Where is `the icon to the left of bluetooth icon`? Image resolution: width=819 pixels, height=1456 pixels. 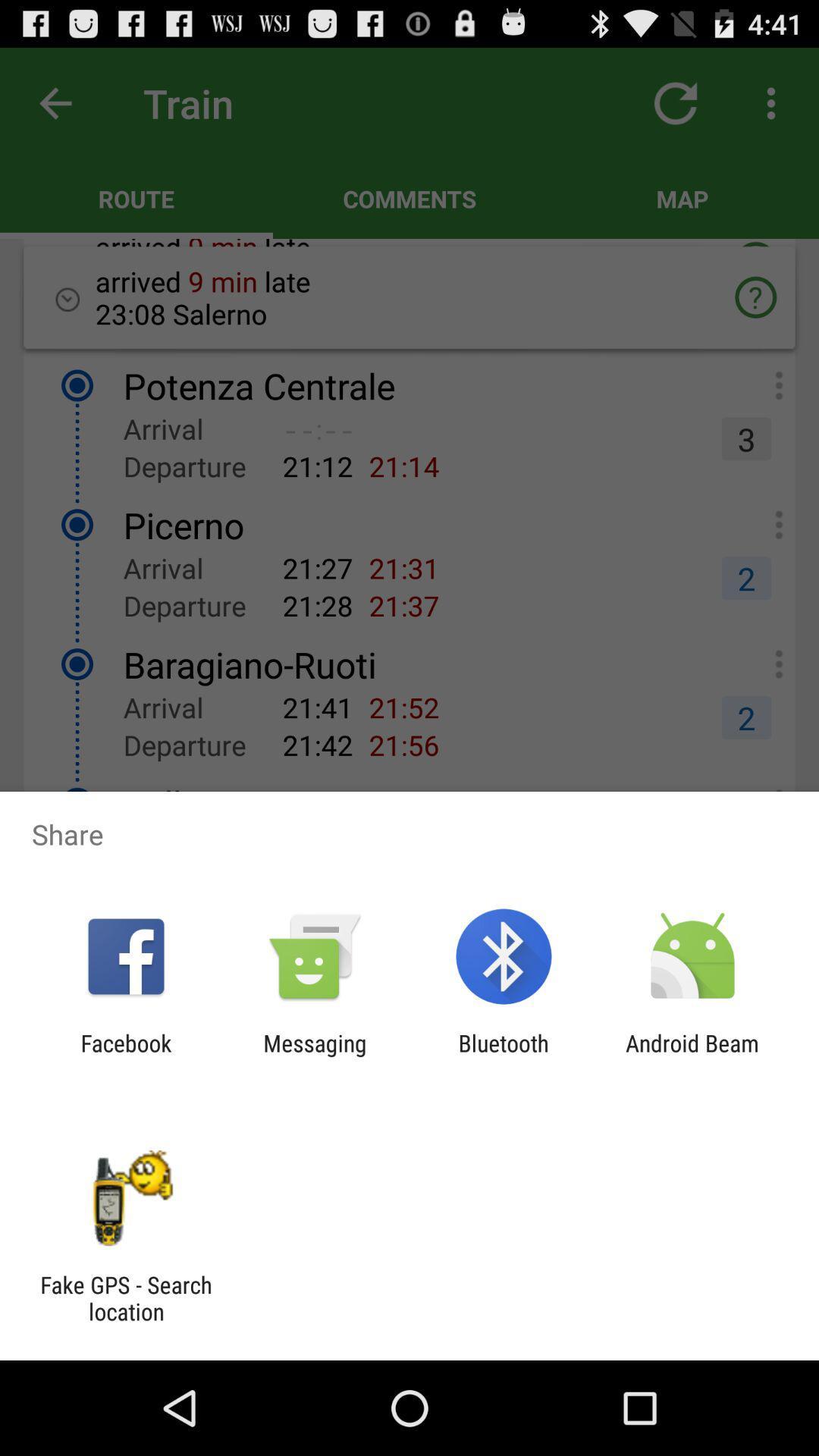 the icon to the left of bluetooth icon is located at coordinates (314, 1056).